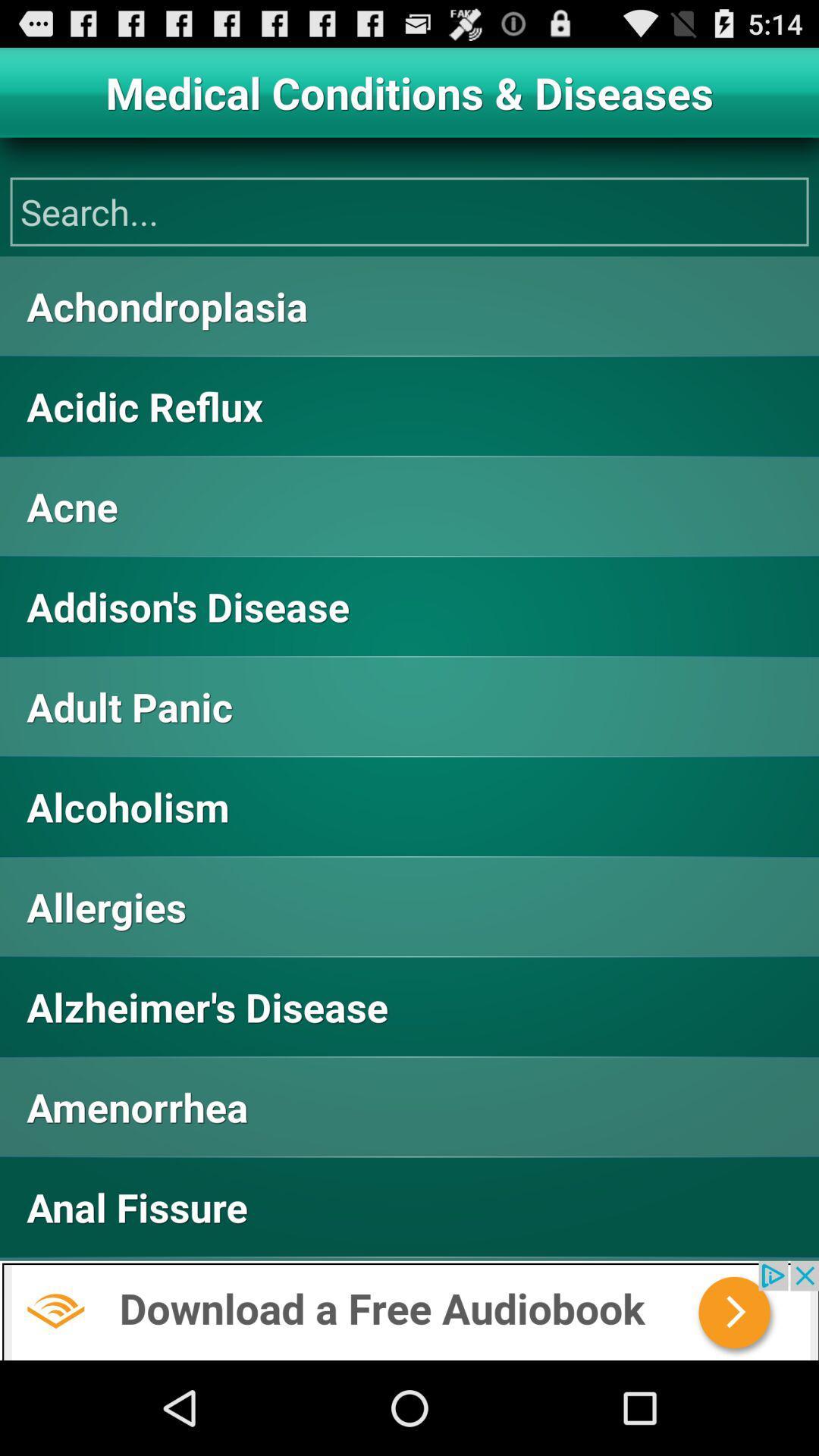 The image size is (819, 1456). I want to click on the search button, so click(409, 211).